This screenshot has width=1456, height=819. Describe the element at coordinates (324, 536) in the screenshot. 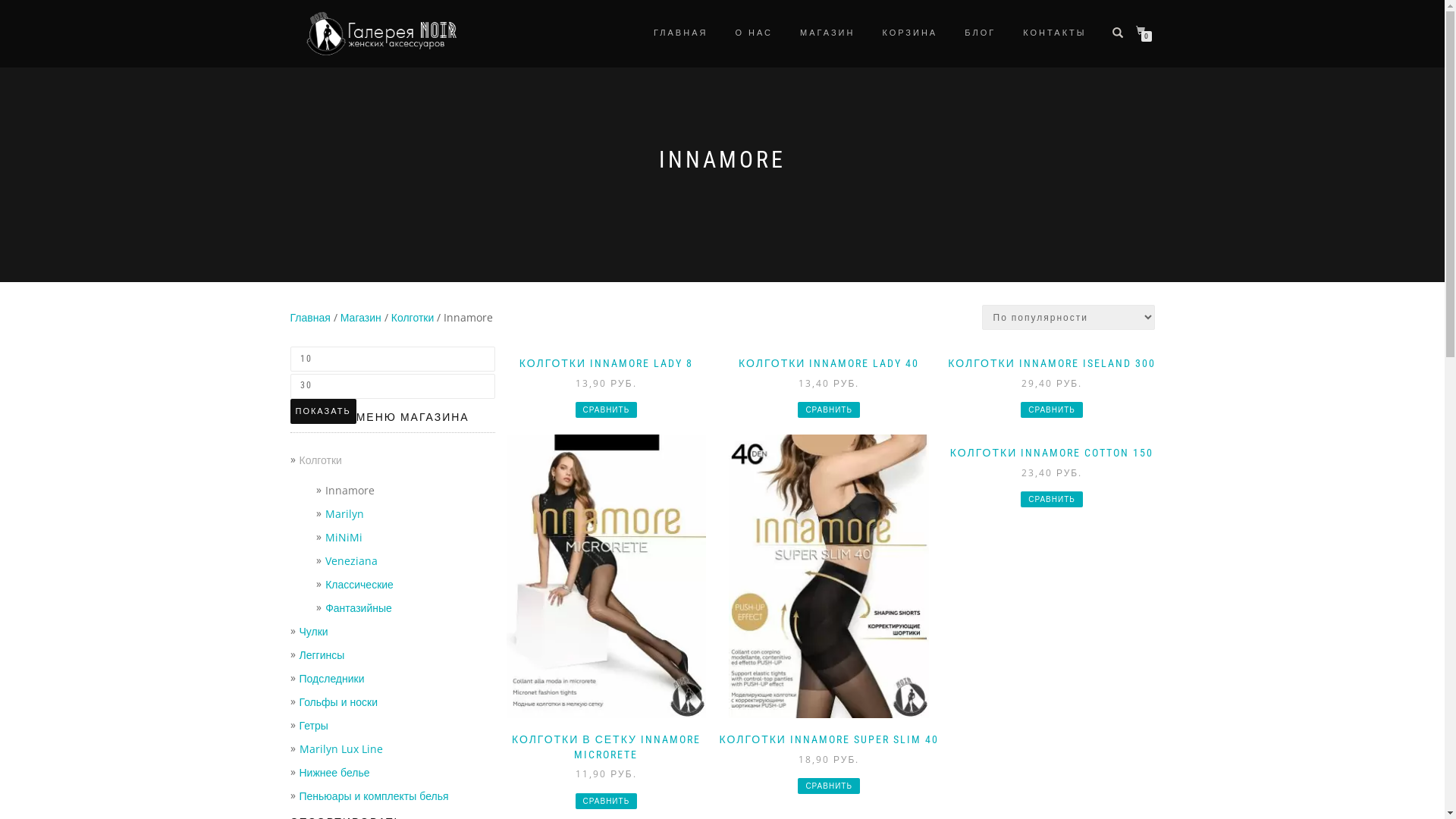

I see `'MiNiMi'` at that location.